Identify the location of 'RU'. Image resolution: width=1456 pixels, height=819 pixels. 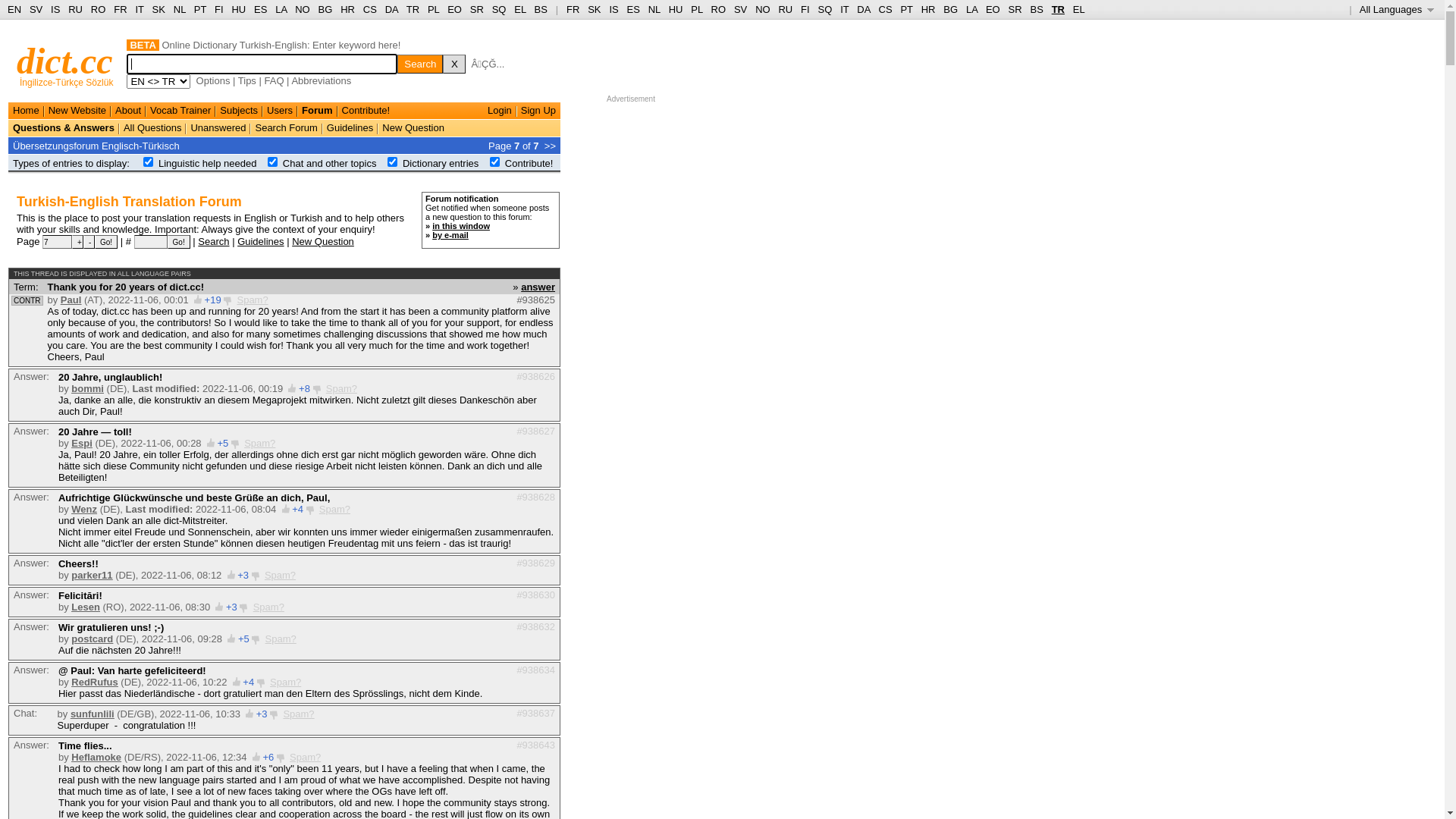
(785, 9).